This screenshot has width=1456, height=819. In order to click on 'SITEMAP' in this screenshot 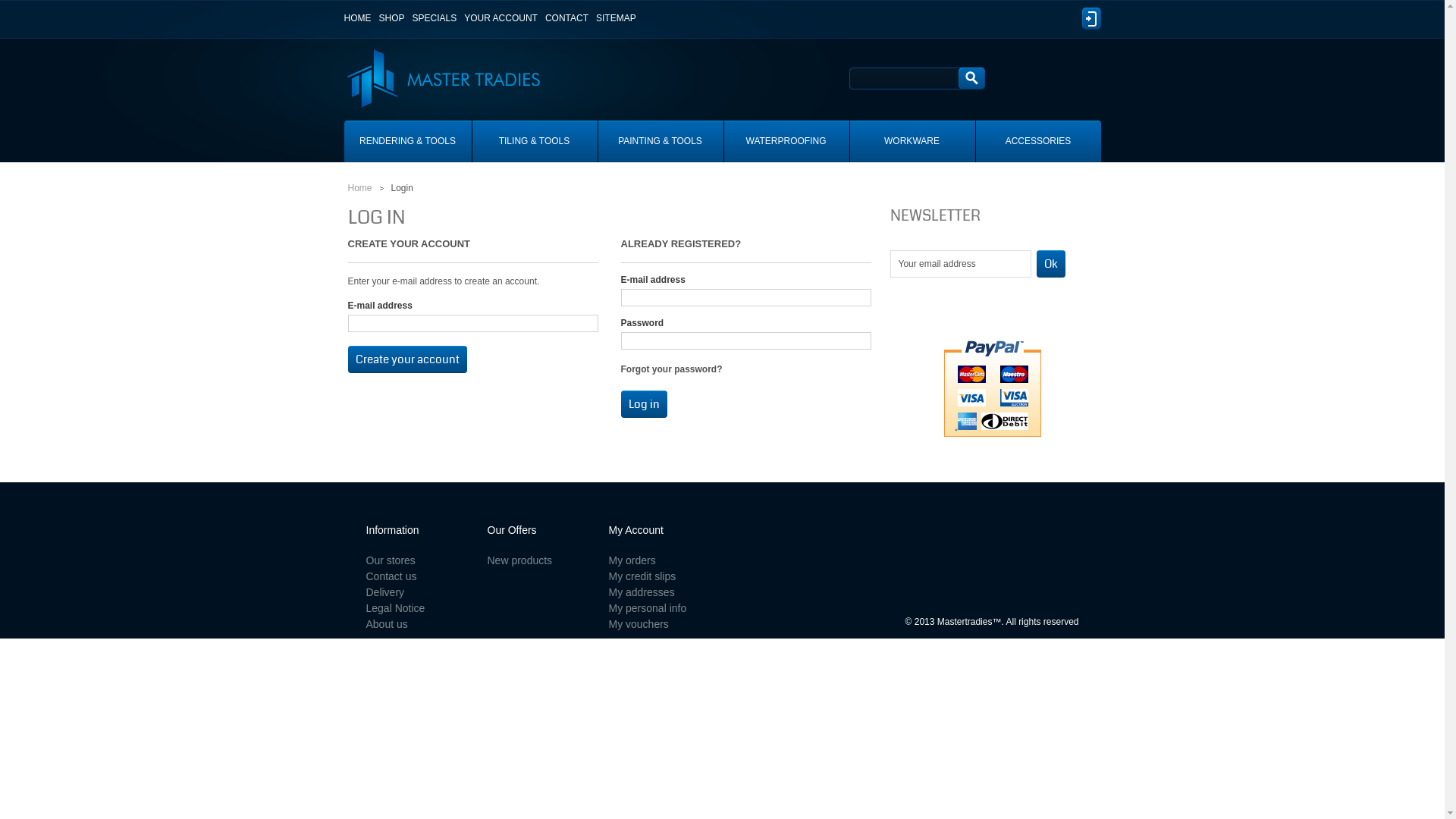, I will do `click(595, 17)`.